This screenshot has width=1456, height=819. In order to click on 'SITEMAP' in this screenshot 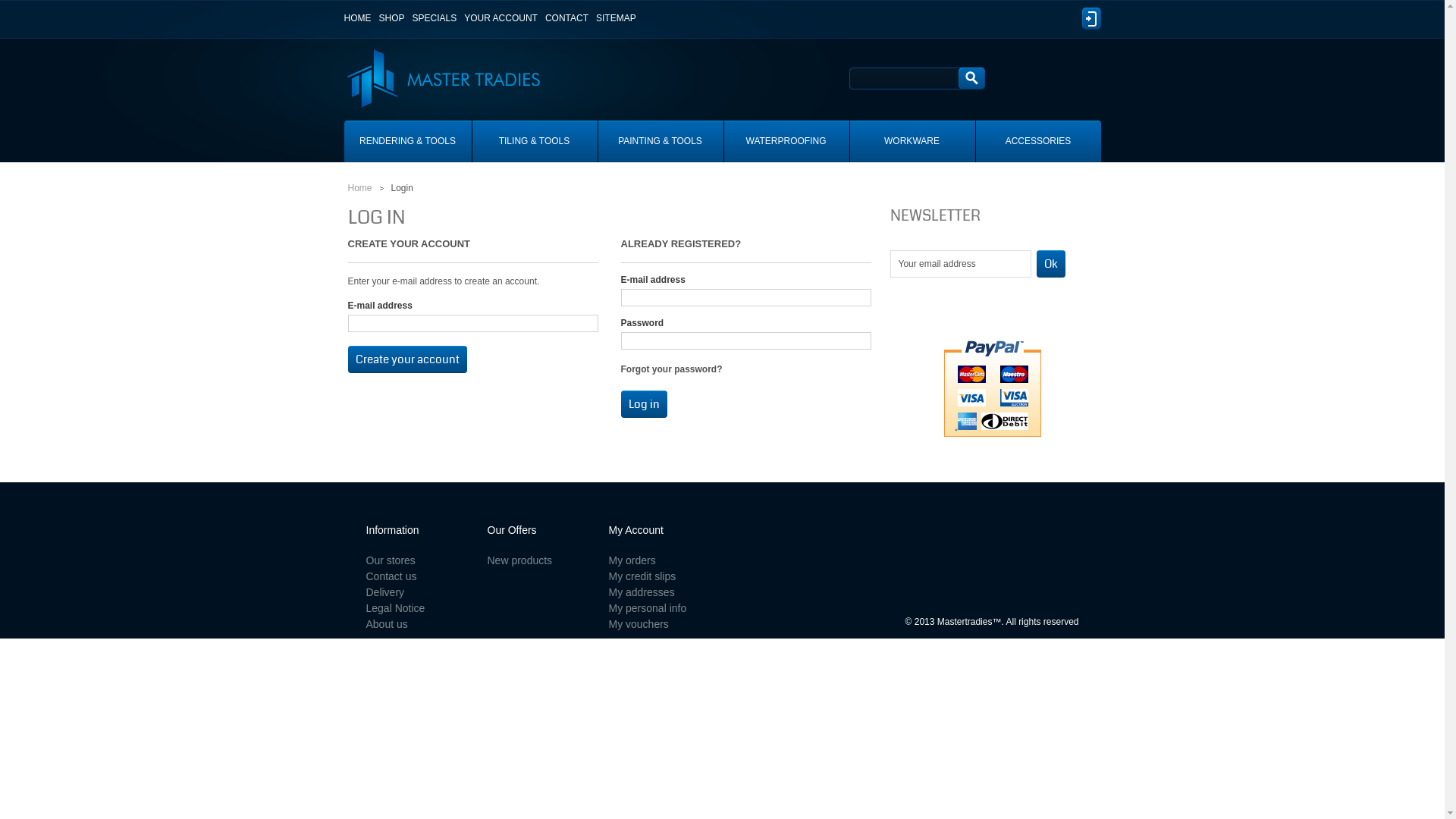, I will do `click(595, 17)`.